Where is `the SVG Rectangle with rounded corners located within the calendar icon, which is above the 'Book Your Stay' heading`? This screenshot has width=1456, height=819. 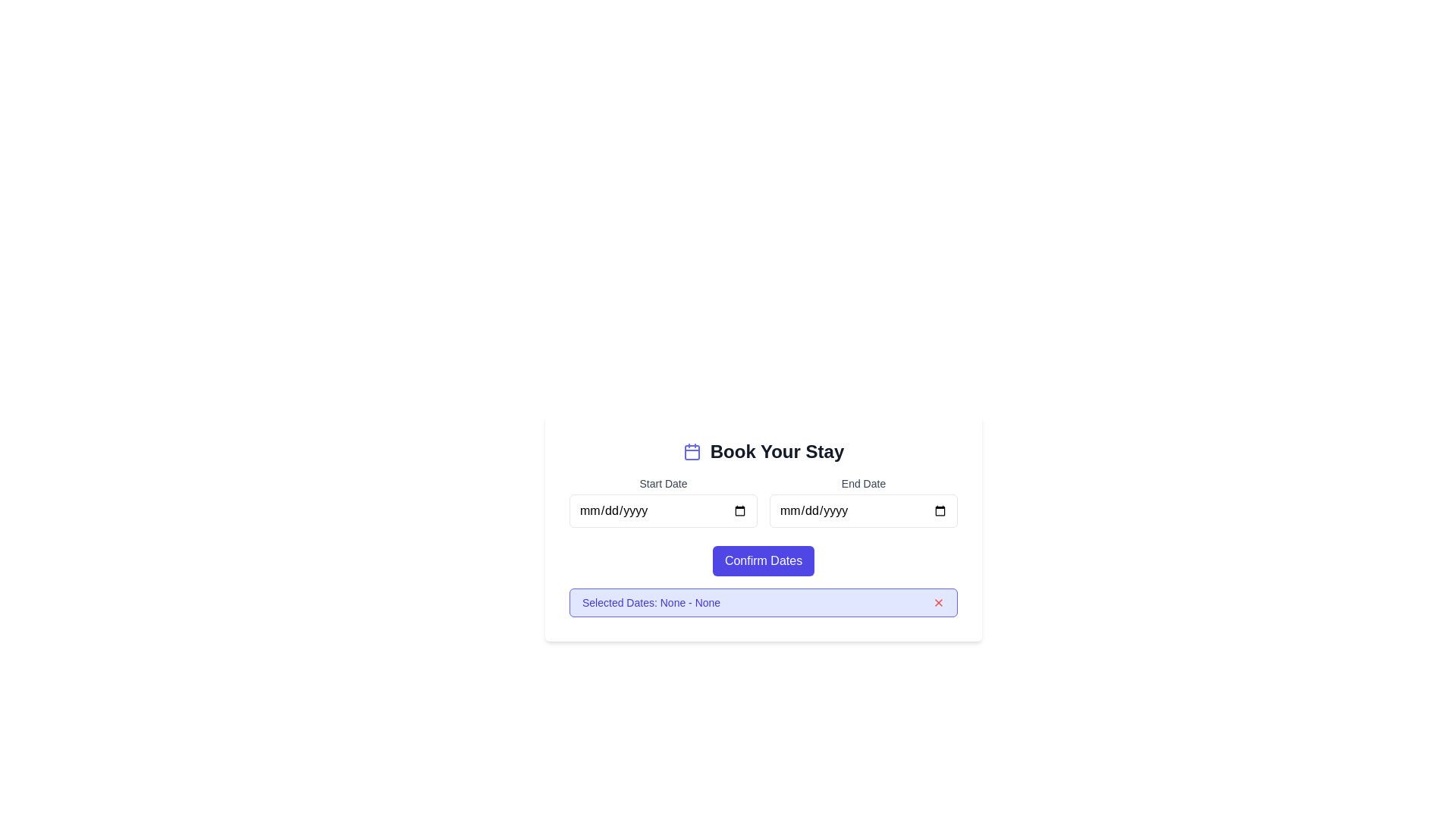 the SVG Rectangle with rounded corners located within the calendar icon, which is above the 'Book Your Stay' heading is located at coordinates (691, 452).